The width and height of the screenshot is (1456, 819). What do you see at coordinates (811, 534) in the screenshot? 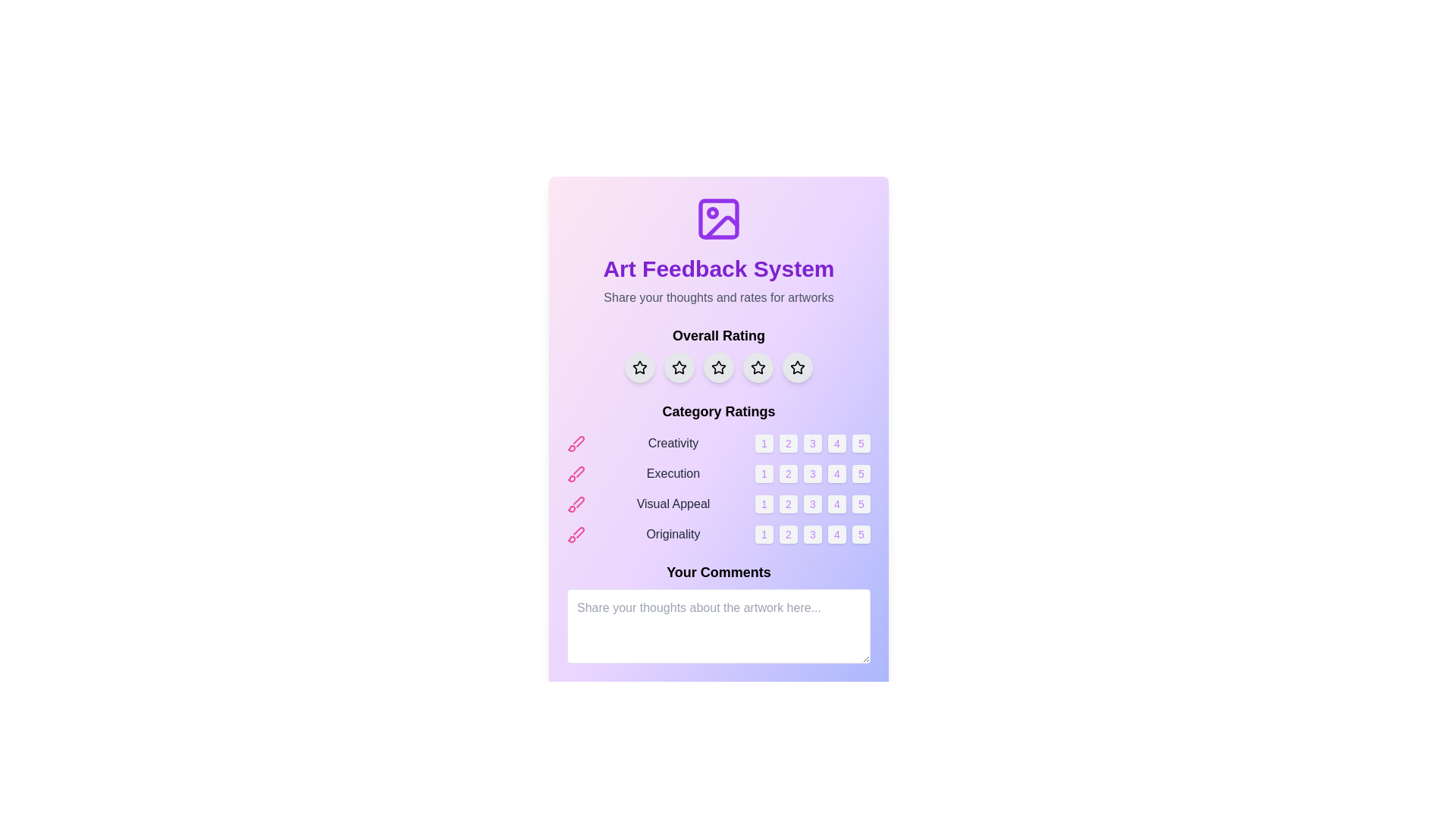
I see `the third button in the horizontally aligned set of five buttons under the 'Originality' label` at bounding box center [811, 534].